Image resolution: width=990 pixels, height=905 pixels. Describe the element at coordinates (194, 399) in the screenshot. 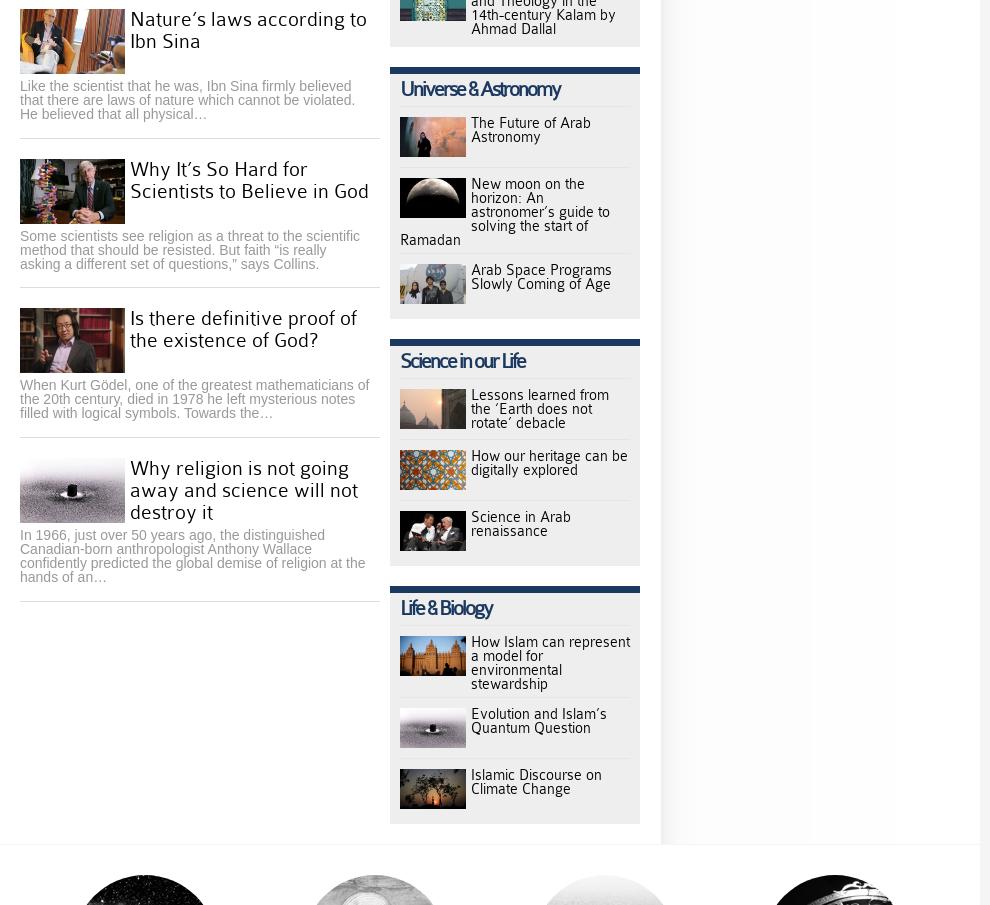

I see `'When Kurt Gödel, one of the greatest mathematicians of the 20th century, died in 1978 he left mysterious notes filled with logical symbols. Towards the…'` at that location.